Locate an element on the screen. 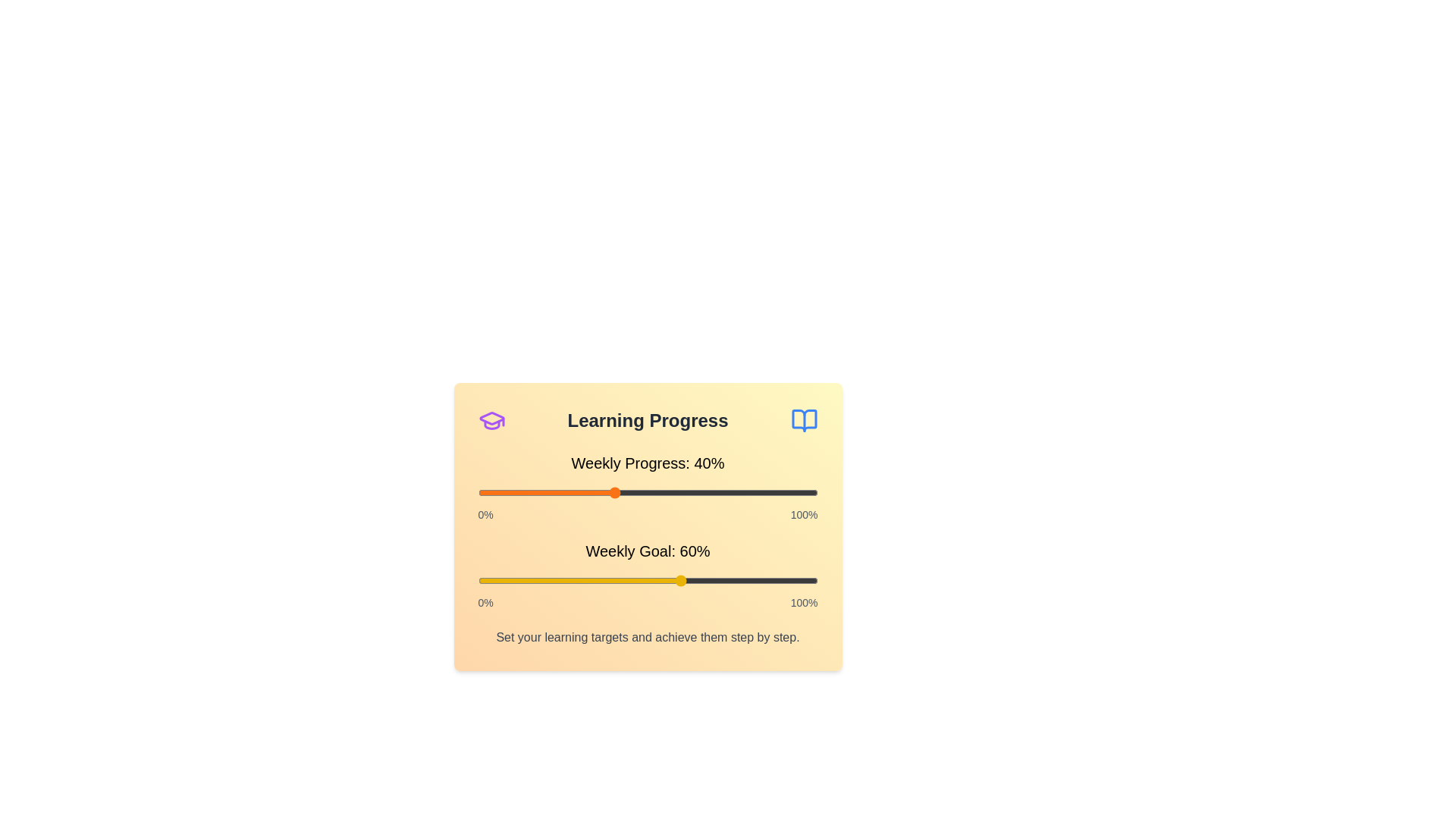 The width and height of the screenshot is (1456, 819). the 'Weekly Progress' slider to 75% is located at coordinates (733, 493).